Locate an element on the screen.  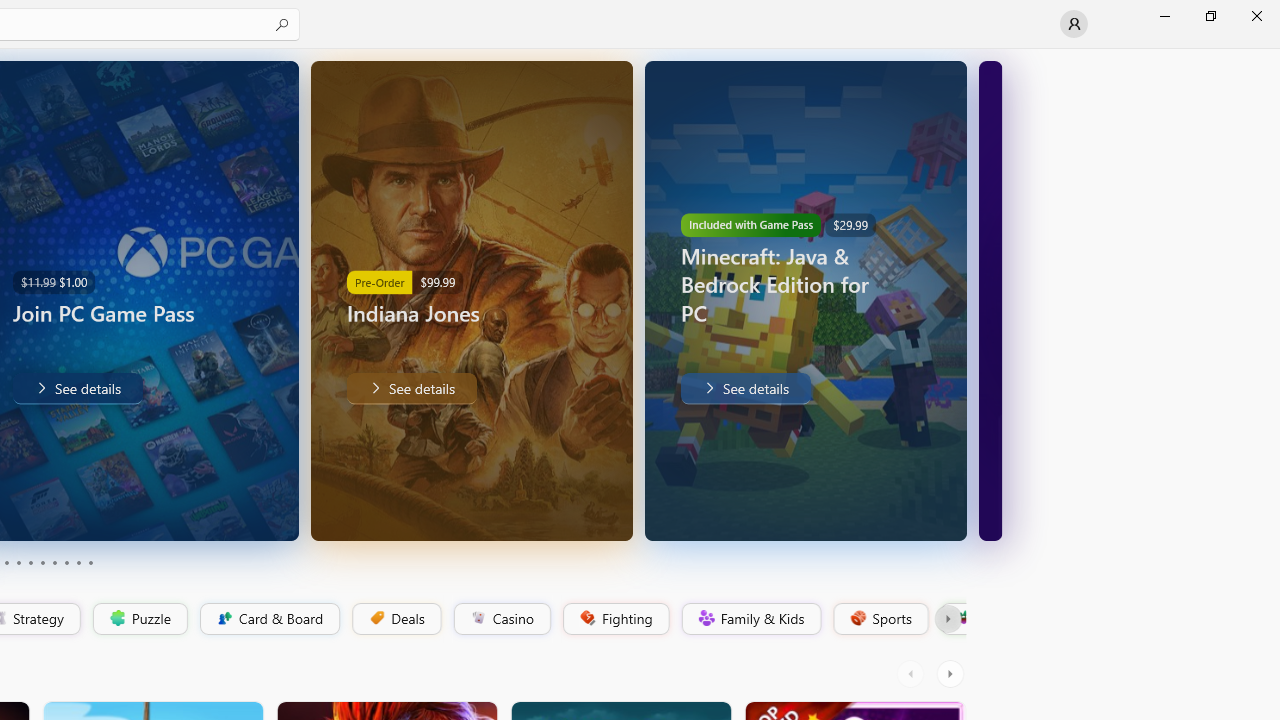
'Fighting' is located at coordinates (614, 618).